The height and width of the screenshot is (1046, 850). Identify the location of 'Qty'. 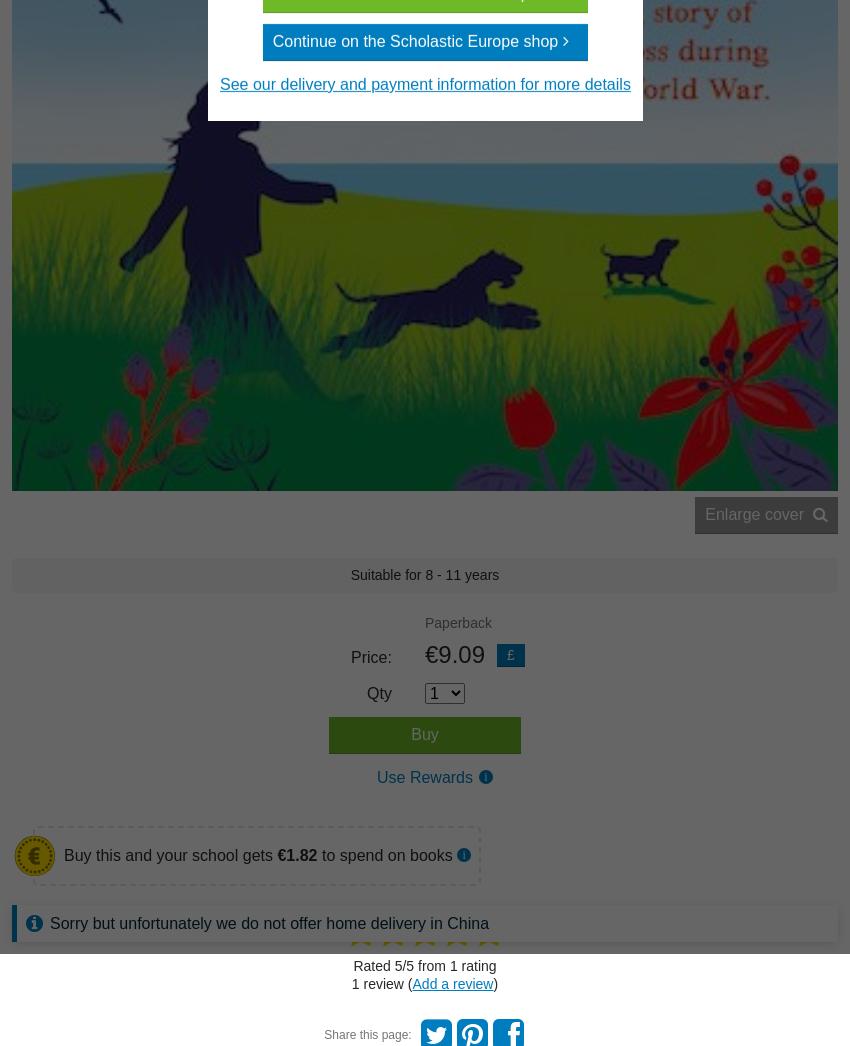
(378, 693).